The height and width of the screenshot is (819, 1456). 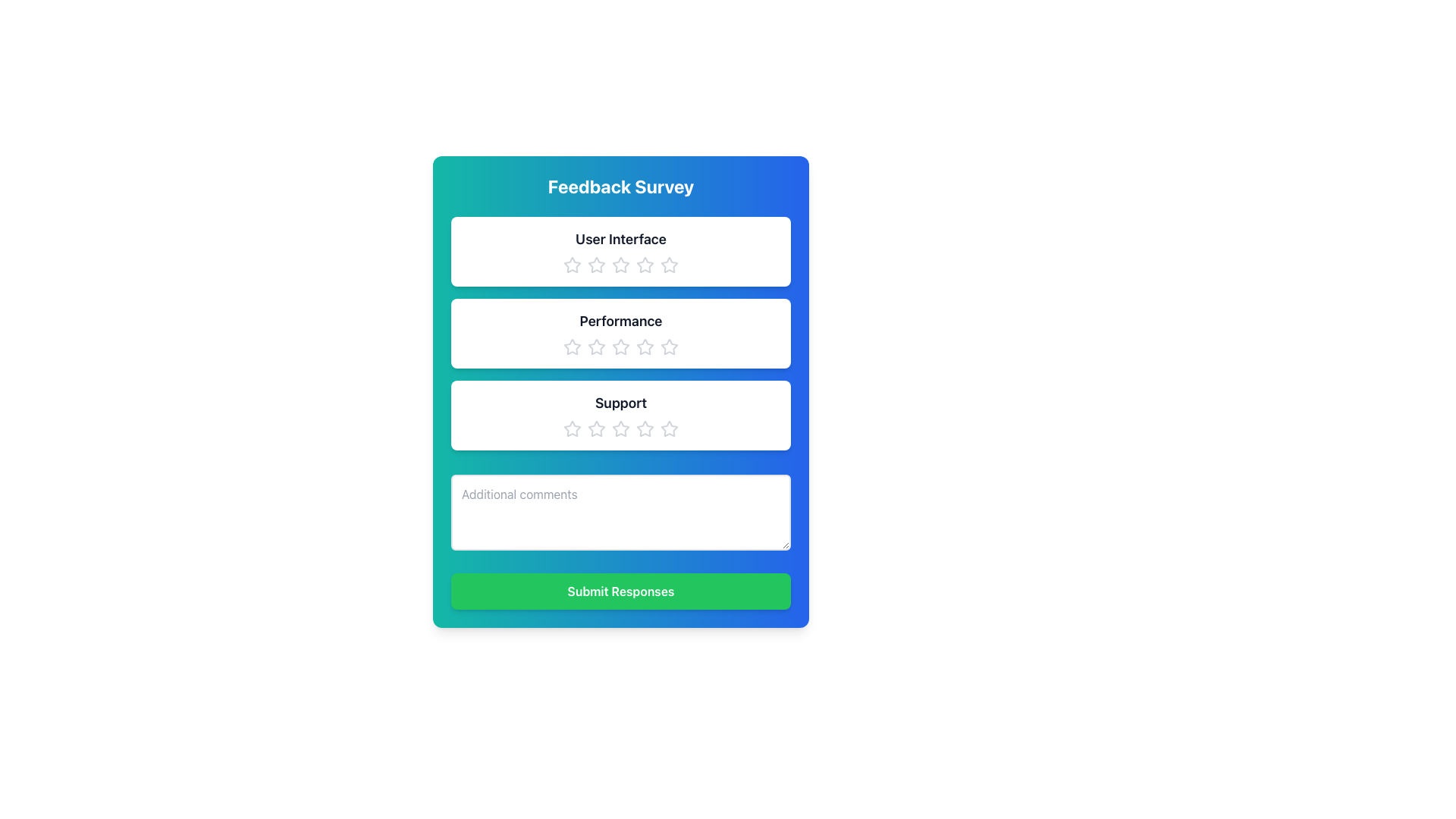 What do you see at coordinates (668, 428) in the screenshot?
I see `the third star icon` at bounding box center [668, 428].